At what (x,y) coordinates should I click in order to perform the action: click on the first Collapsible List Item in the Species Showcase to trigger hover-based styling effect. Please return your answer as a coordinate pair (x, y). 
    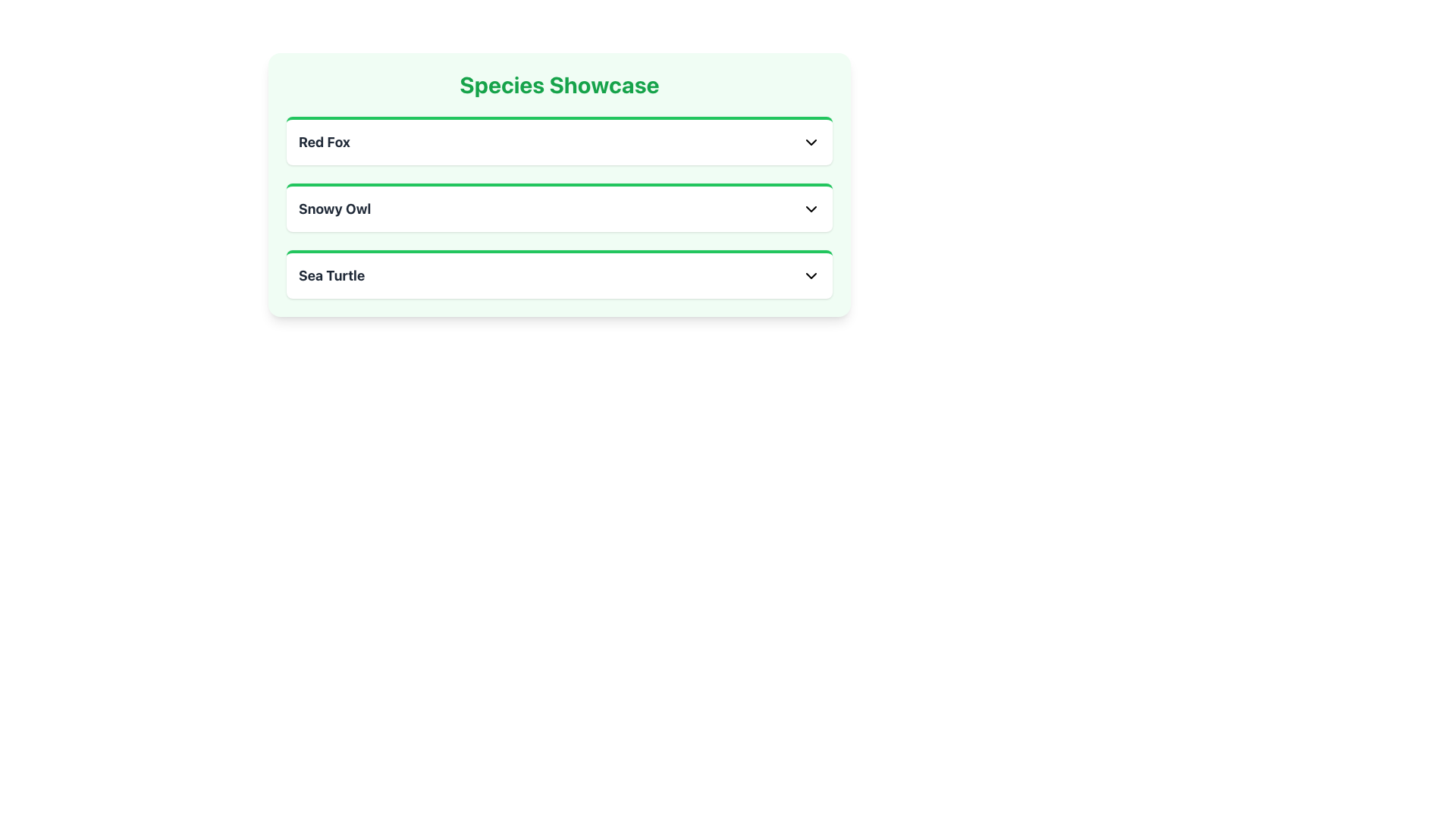
    Looking at the image, I should click on (559, 140).